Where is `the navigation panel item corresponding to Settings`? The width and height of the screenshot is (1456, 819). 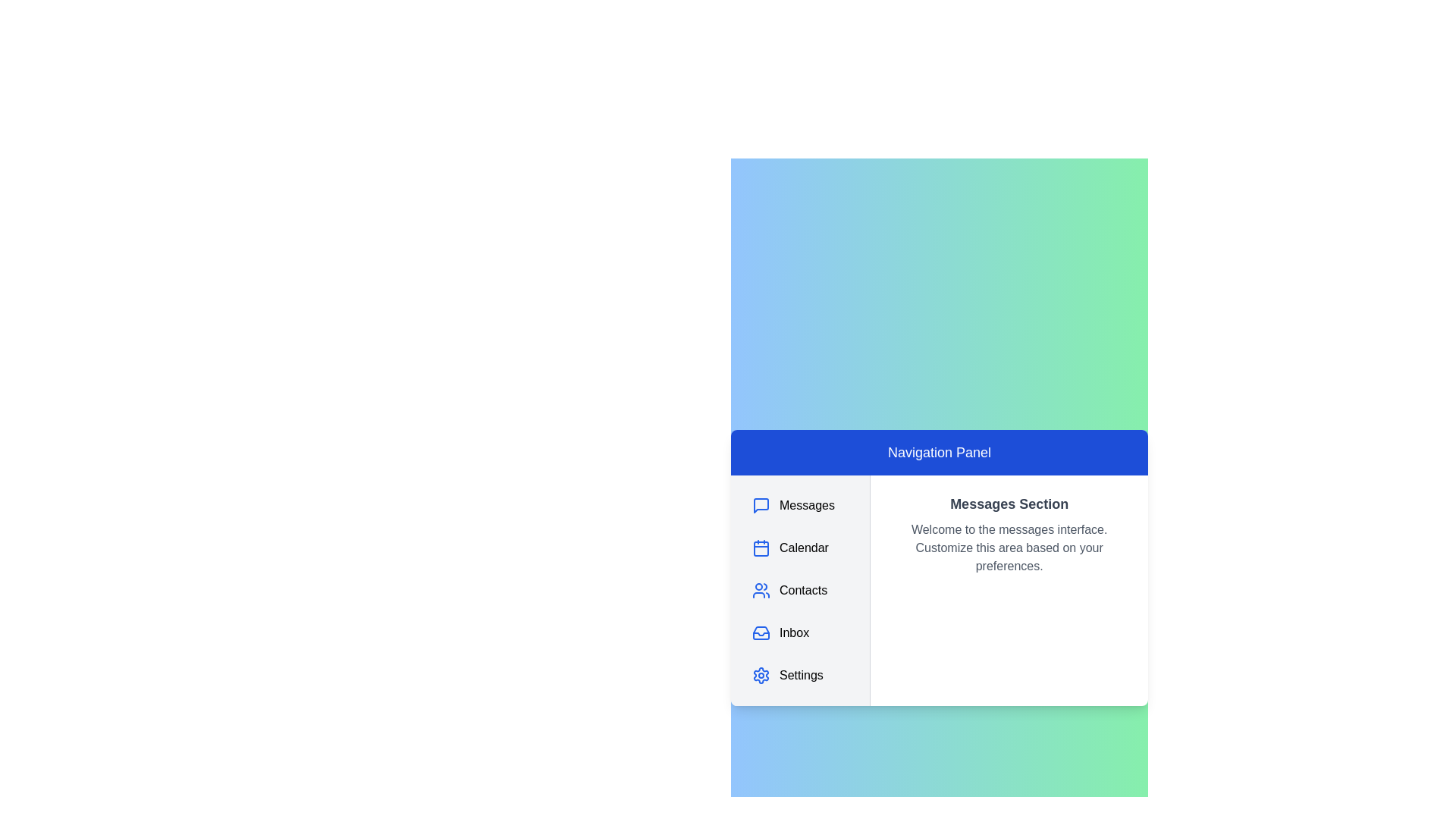
the navigation panel item corresponding to Settings is located at coordinates (799, 675).